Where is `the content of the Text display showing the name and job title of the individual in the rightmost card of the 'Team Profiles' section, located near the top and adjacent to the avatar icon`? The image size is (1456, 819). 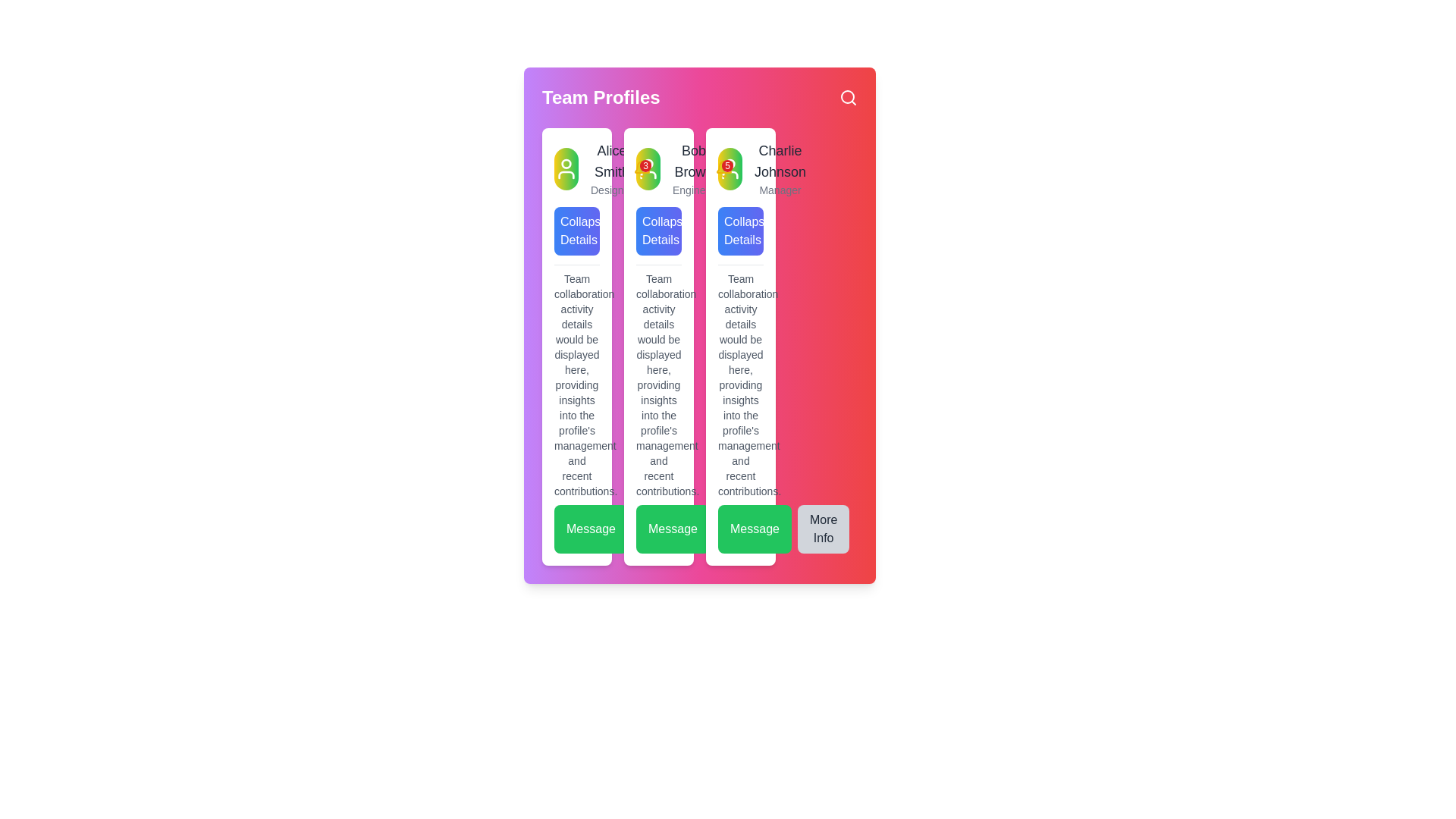
the content of the Text display showing the name and job title of the individual in the rightmost card of the 'Team Profiles' section, located near the top and adjacent to the avatar icon is located at coordinates (780, 169).